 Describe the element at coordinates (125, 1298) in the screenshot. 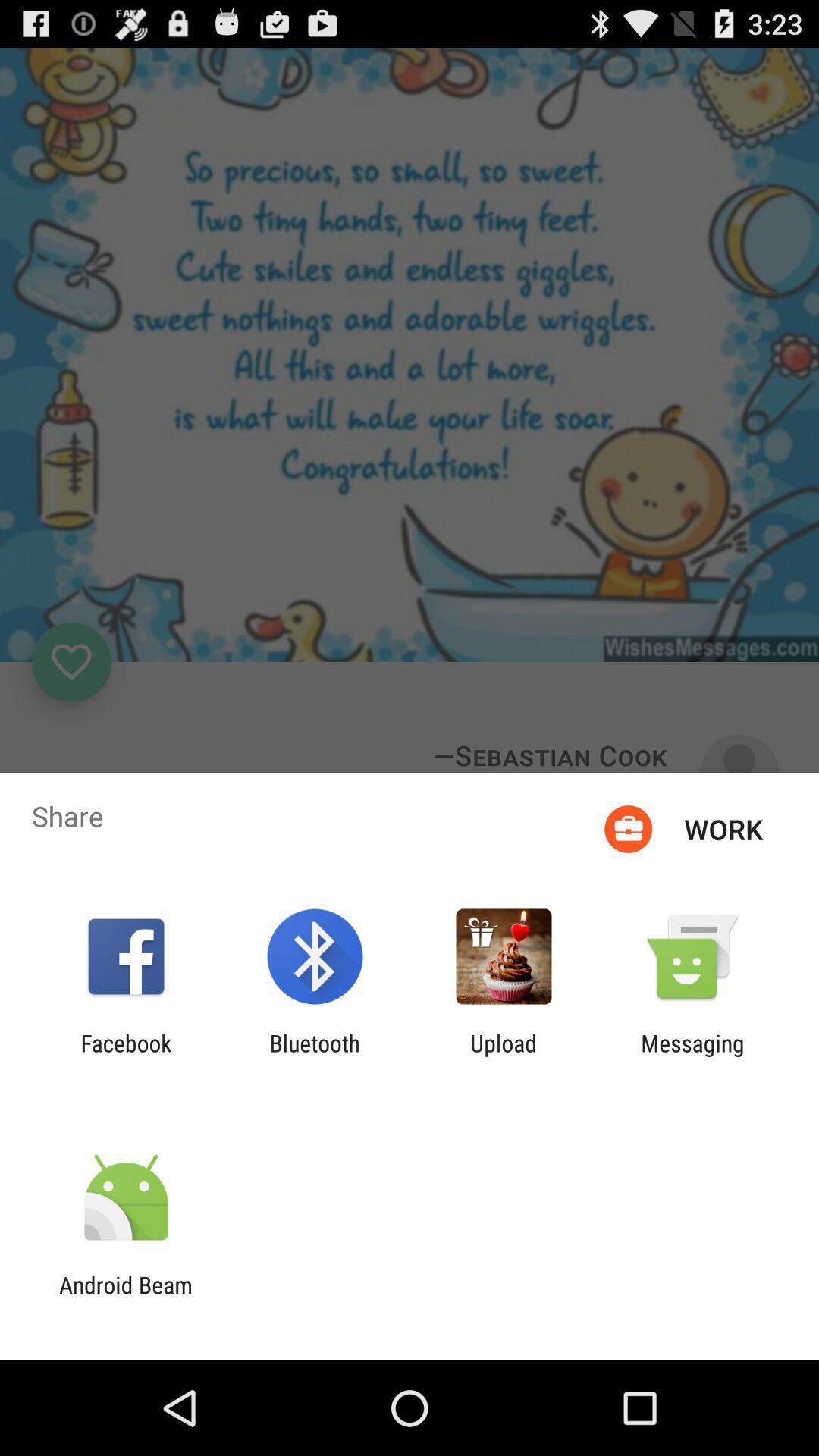

I see `the android beam app` at that location.